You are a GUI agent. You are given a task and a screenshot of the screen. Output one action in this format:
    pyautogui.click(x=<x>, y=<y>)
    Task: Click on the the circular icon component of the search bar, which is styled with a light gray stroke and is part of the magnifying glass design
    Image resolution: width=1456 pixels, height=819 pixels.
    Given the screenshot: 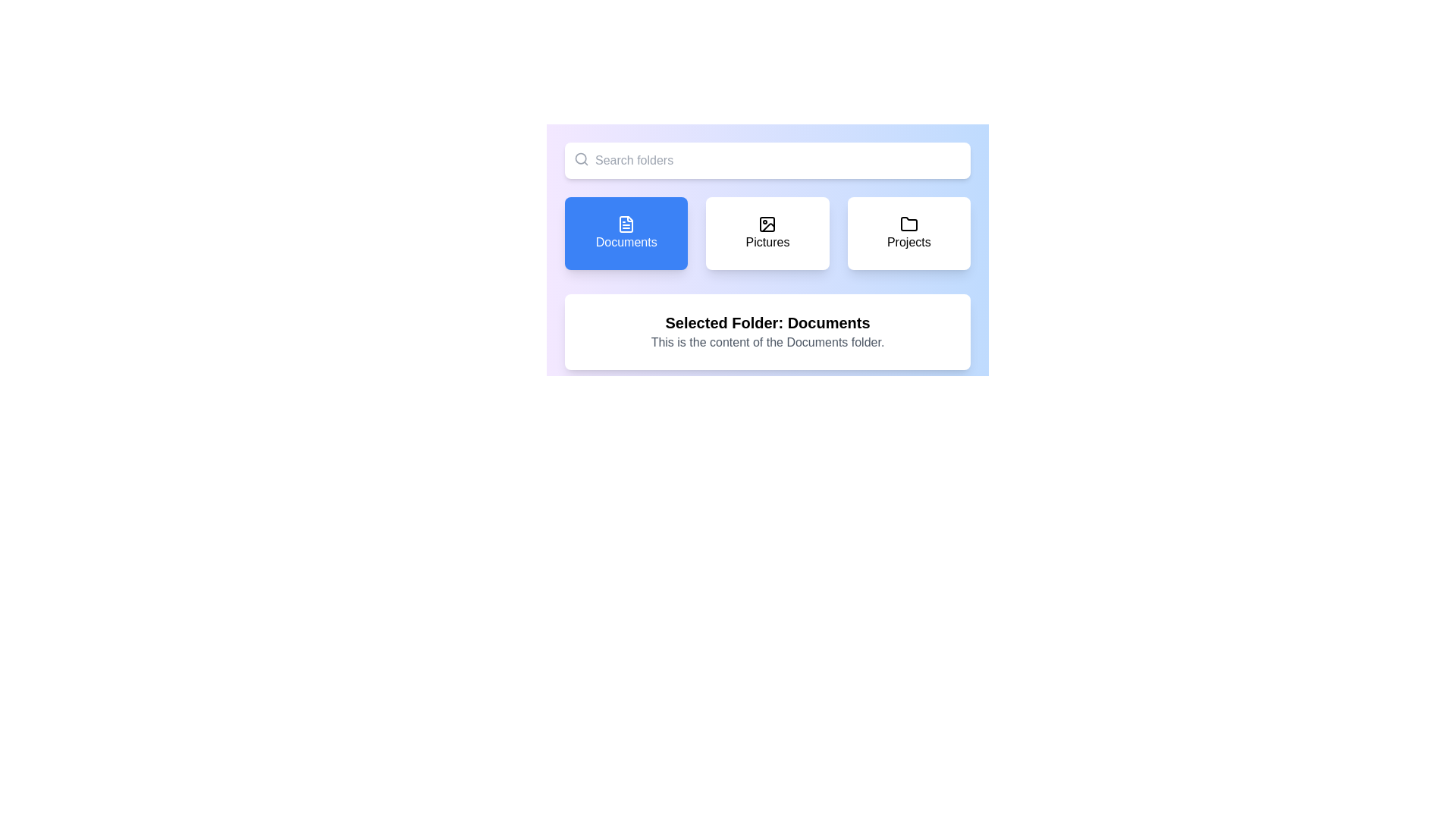 What is the action you would take?
    pyautogui.click(x=580, y=158)
    